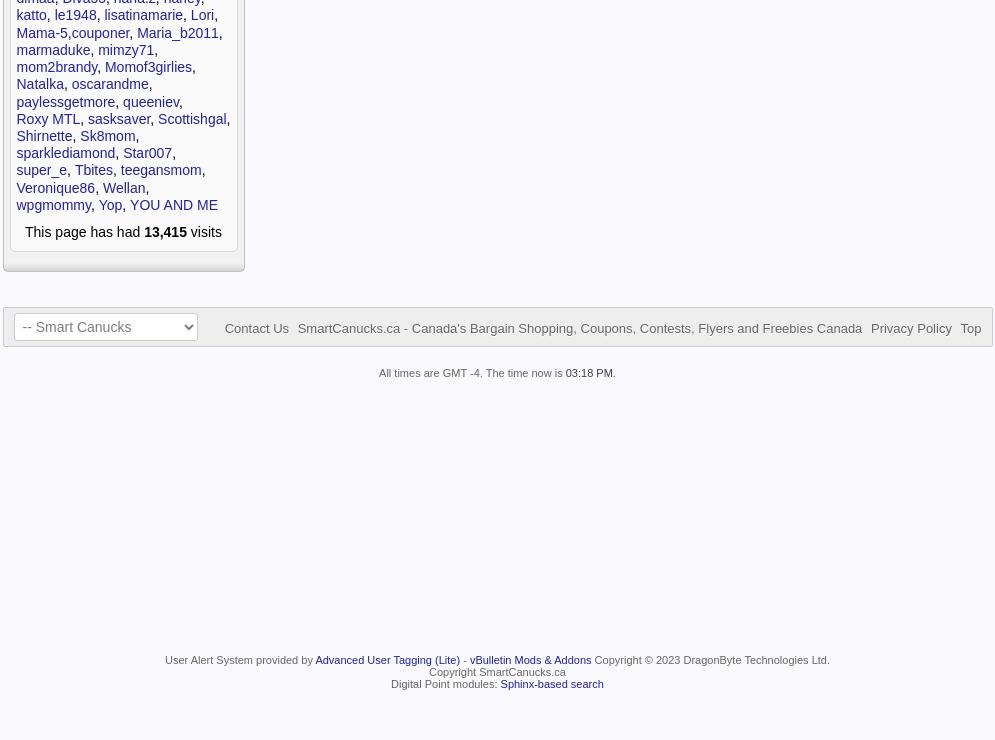 The width and height of the screenshot is (995, 740). Describe the element at coordinates (256, 327) in the screenshot. I see `'Contact Us'` at that location.